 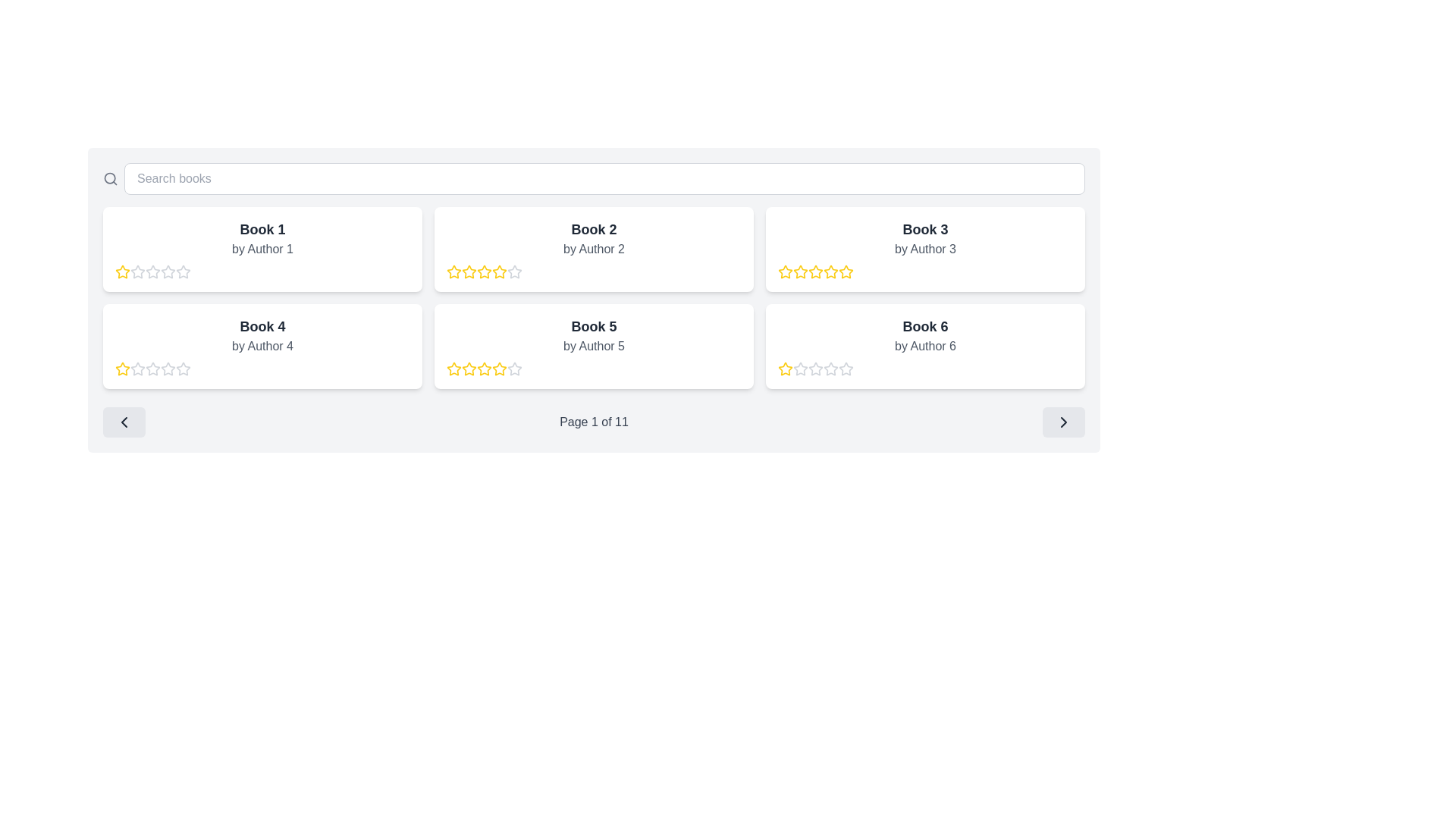 I want to click on the text label displaying 'by Author 1', which is styled in light gray and located beneath the title 'Book 1' in the first card of a grid layout, so click(x=262, y=248).